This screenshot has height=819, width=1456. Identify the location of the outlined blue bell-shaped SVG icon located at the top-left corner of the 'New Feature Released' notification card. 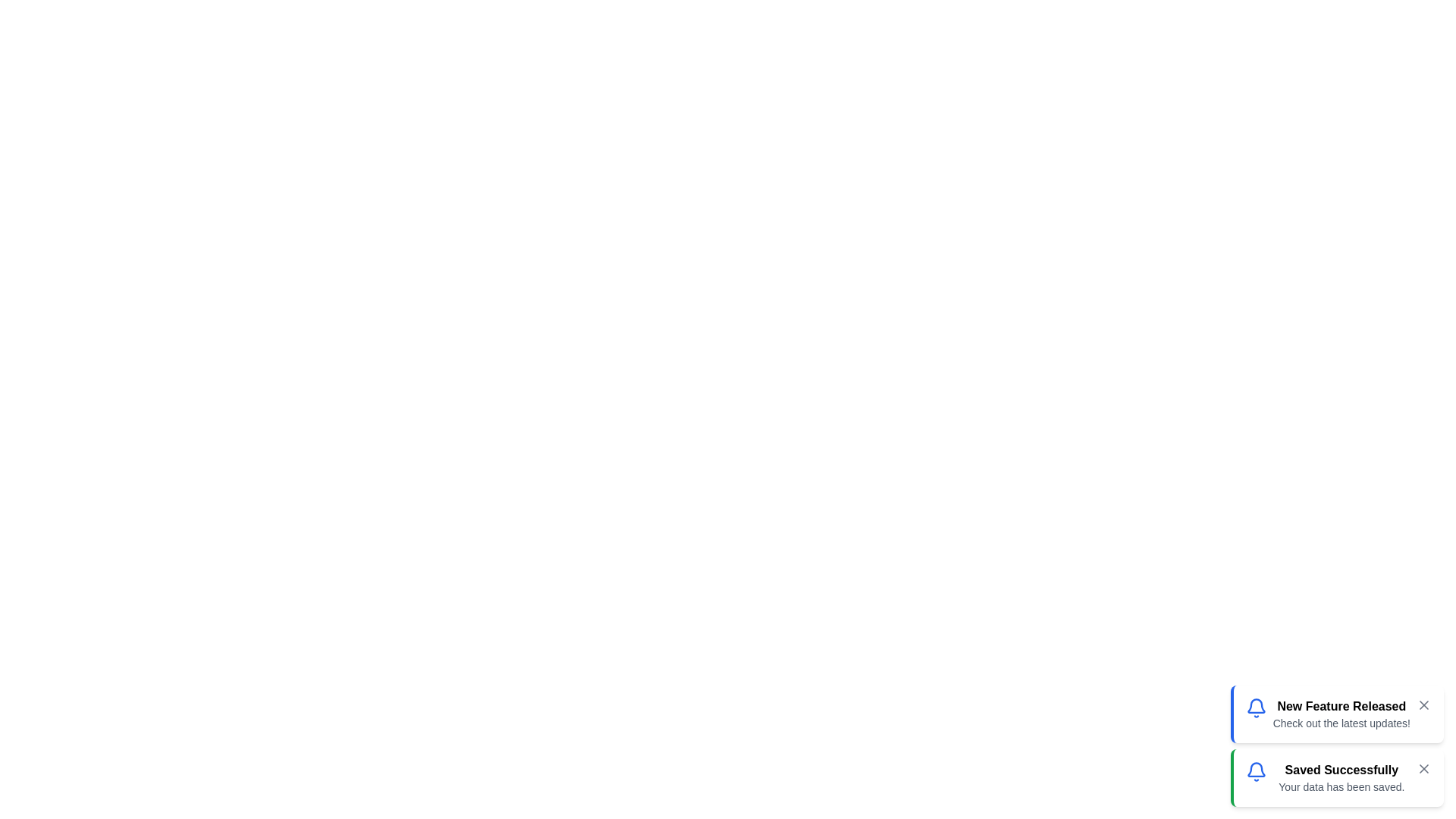
(1256, 708).